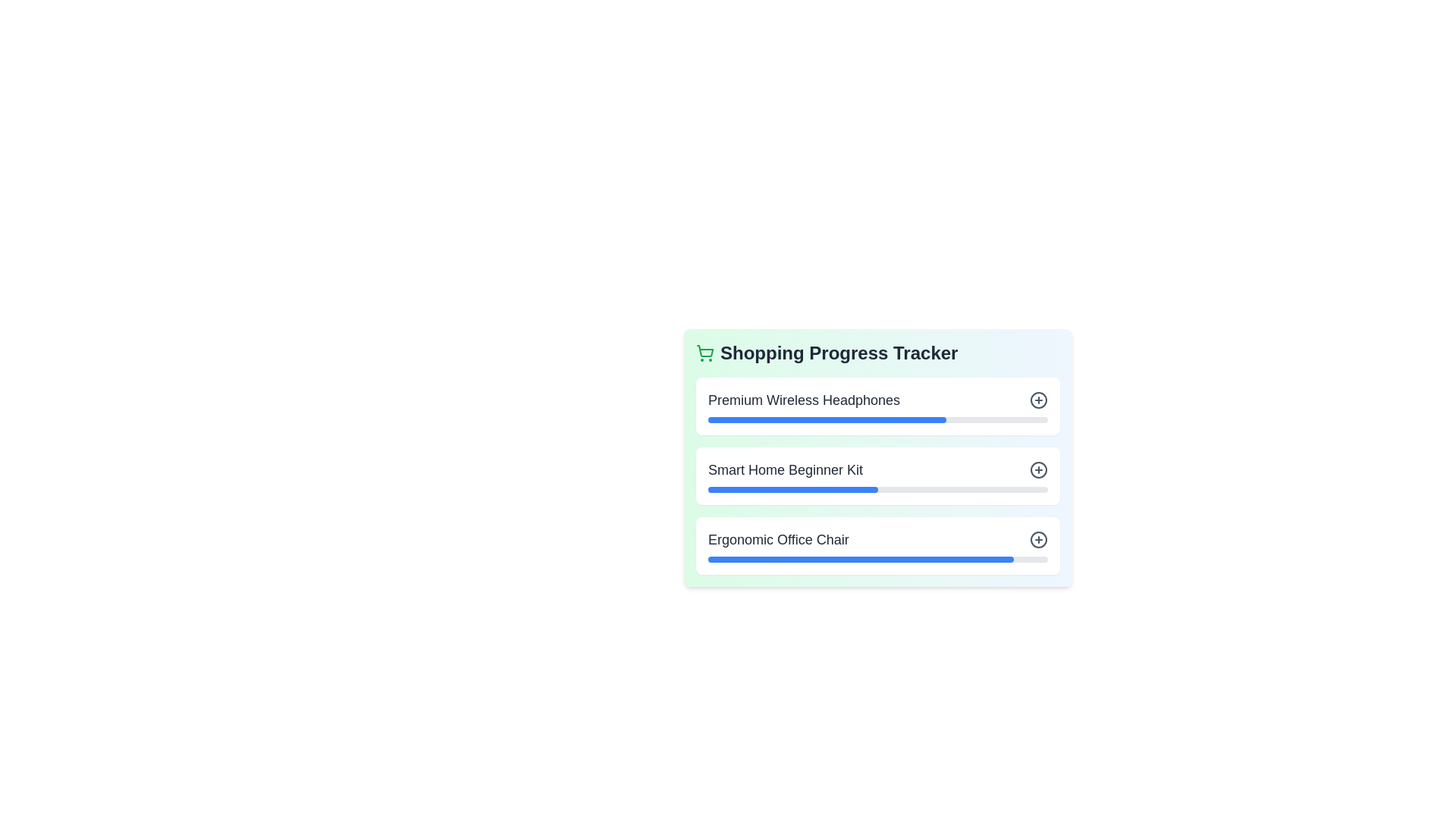  Describe the element at coordinates (803, 400) in the screenshot. I see `the Text Label displaying 'Premium Wireless Headphones', which is positioned at the top of the grouped list under 'Shopping Progress Tracker'` at that location.